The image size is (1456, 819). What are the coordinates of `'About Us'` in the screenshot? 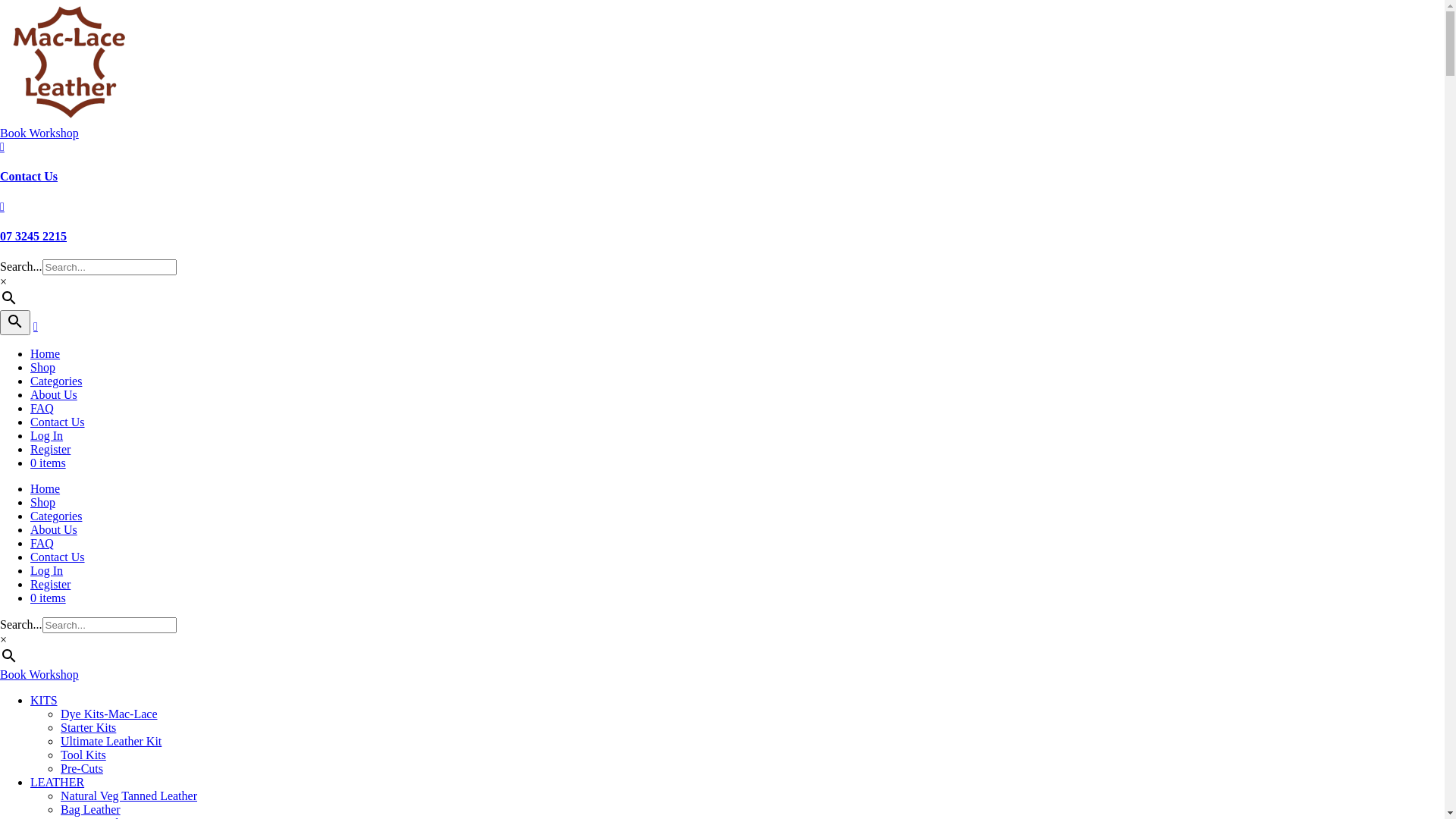 It's located at (54, 394).